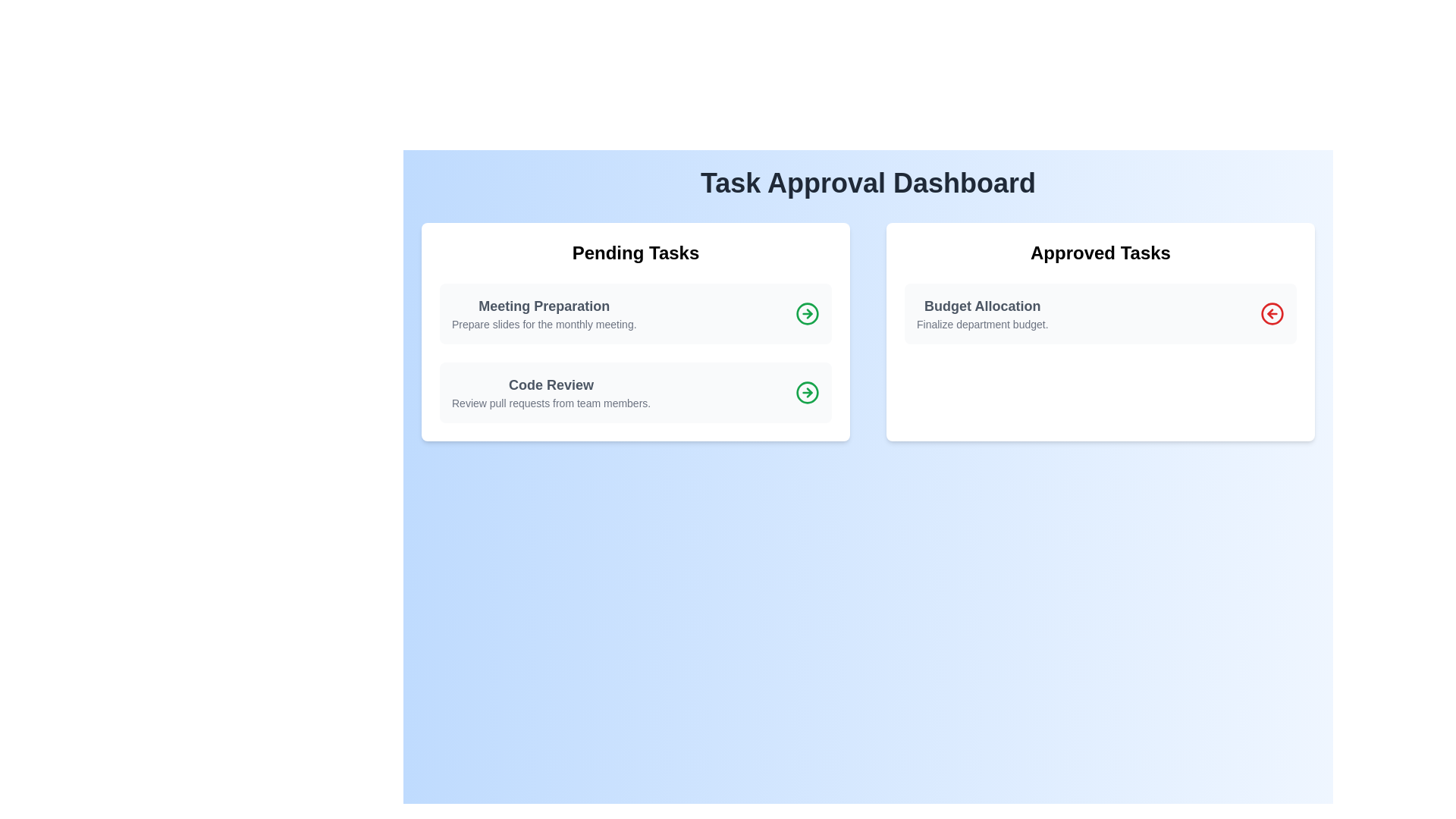  What do you see at coordinates (551, 391) in the screenshot?
I see `the informational text block labeled 'Code Review' within the 'Pending Tasks' section, located below 'Meeting Preparation'` at bounding box center [551, 391].